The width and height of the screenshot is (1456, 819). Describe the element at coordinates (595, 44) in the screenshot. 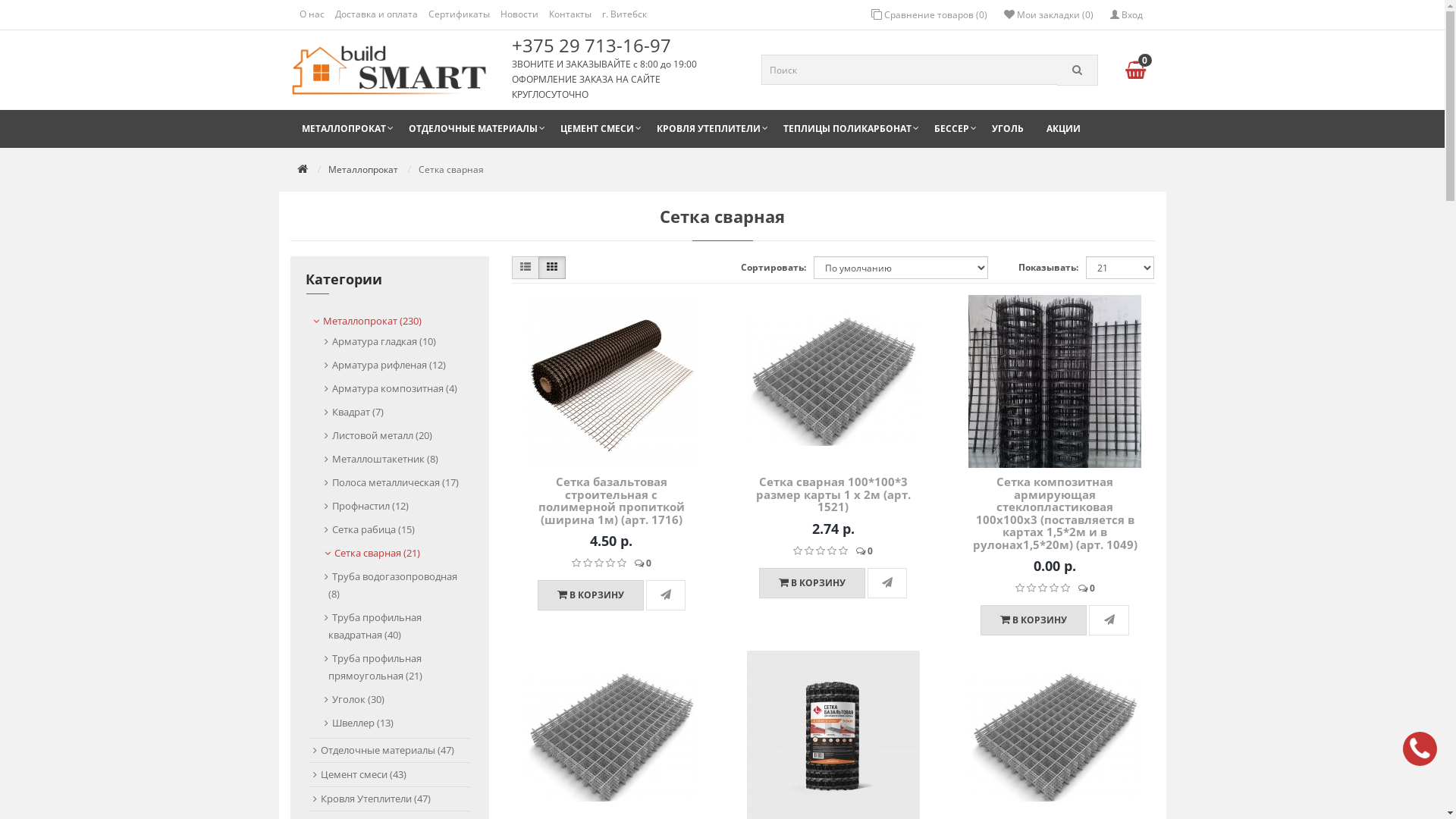

I see `'+375 29 713-16-97'` at that location.